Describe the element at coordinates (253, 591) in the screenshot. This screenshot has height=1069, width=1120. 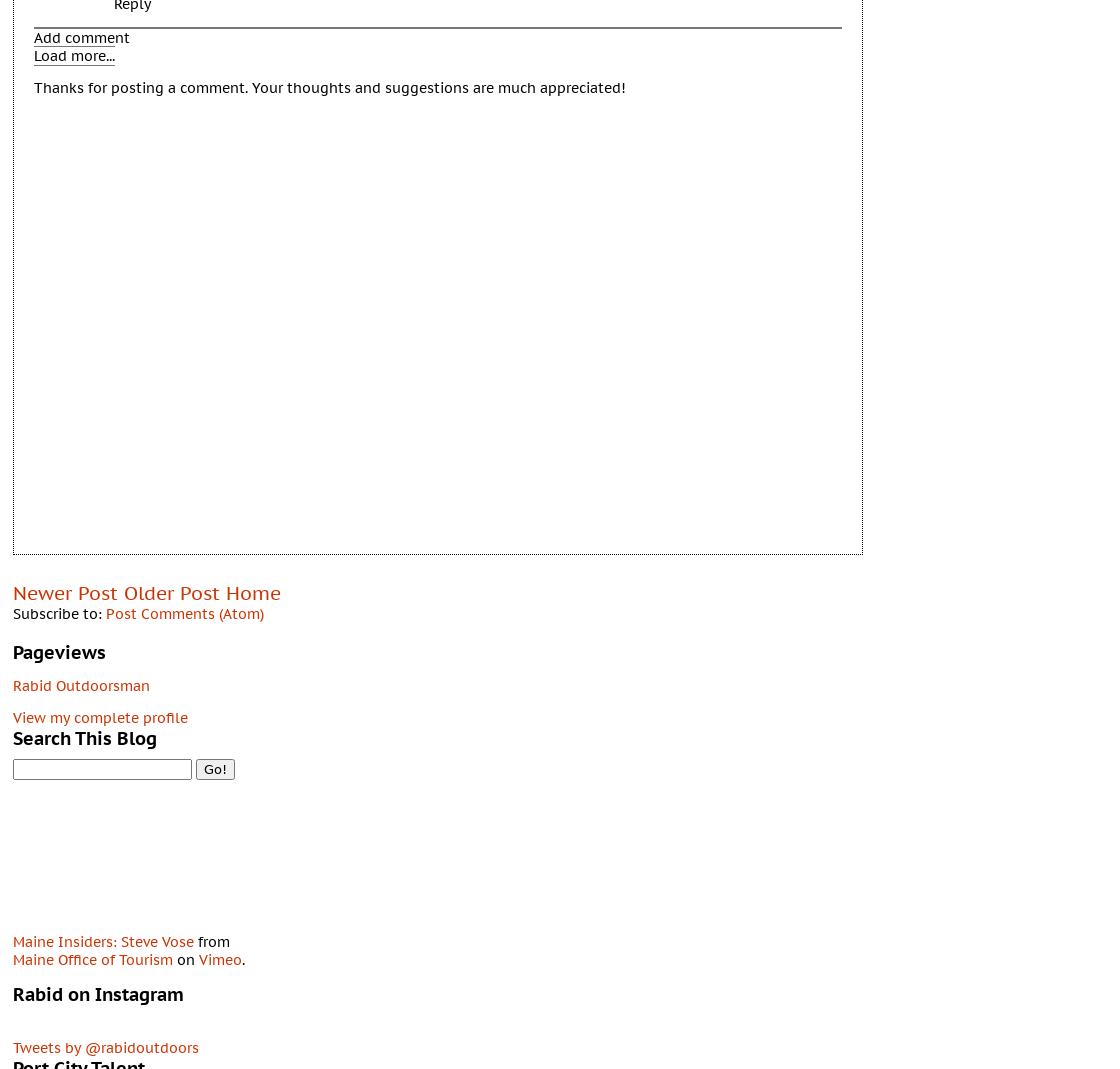
I see `'Home'` at that location.